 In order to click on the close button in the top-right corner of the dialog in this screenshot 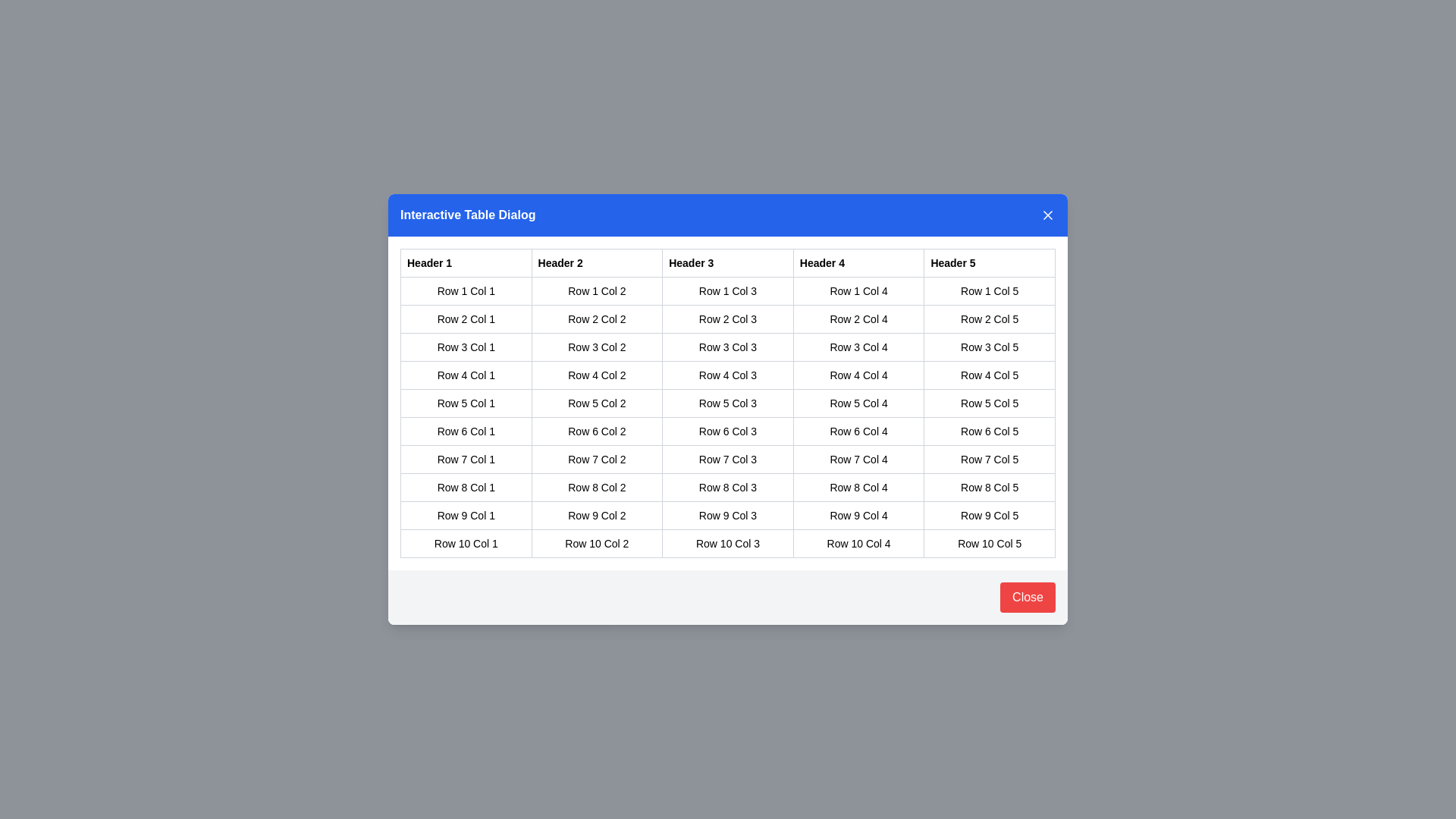, I will do `click(1047, 215)`.